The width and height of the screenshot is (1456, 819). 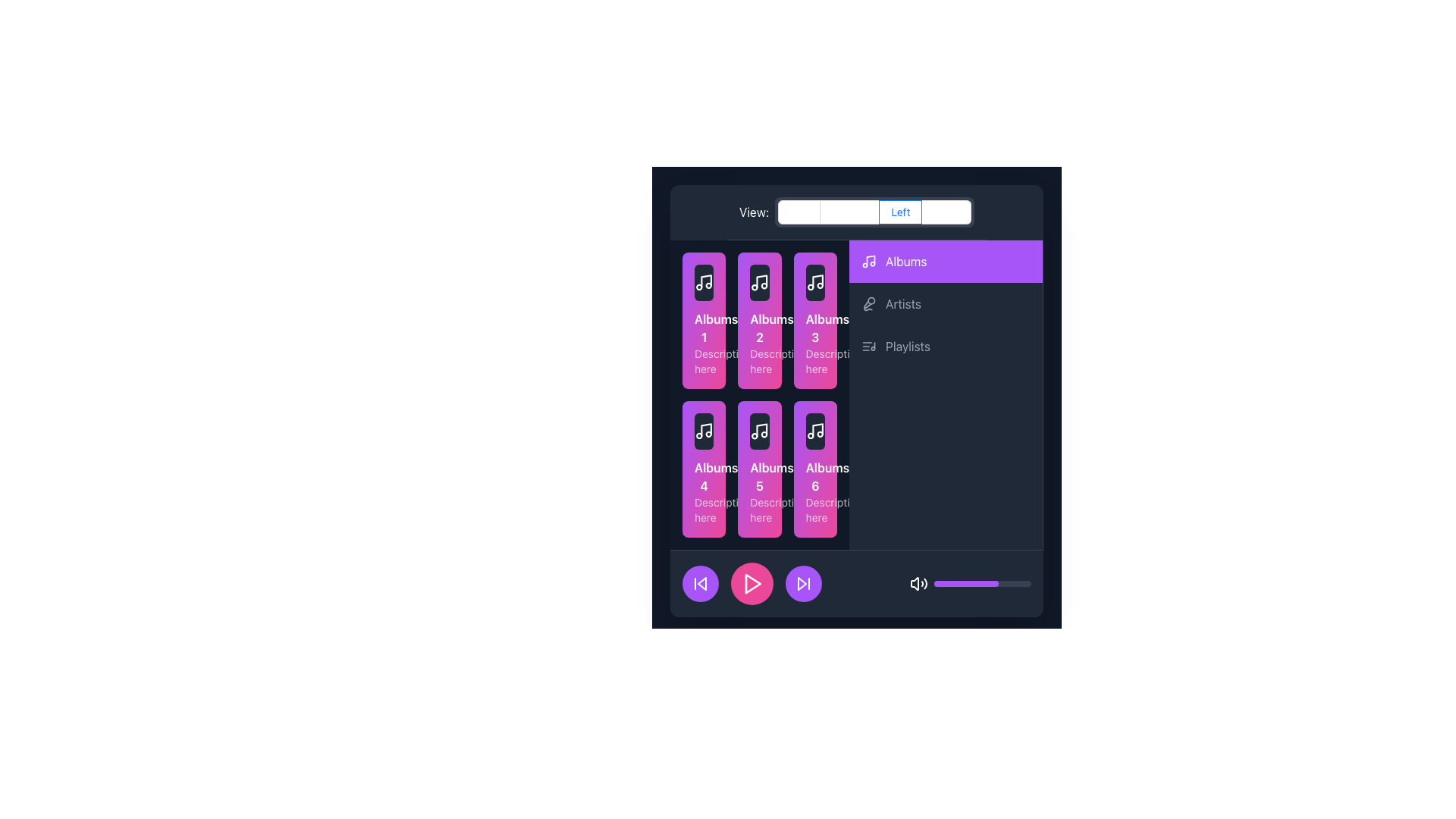 I want to click on the 'Skip Back' icon located at the bottom left corner of the media control interface, which is inside a purple circular button, to initiate the skip action, so click(x=700, y=583).